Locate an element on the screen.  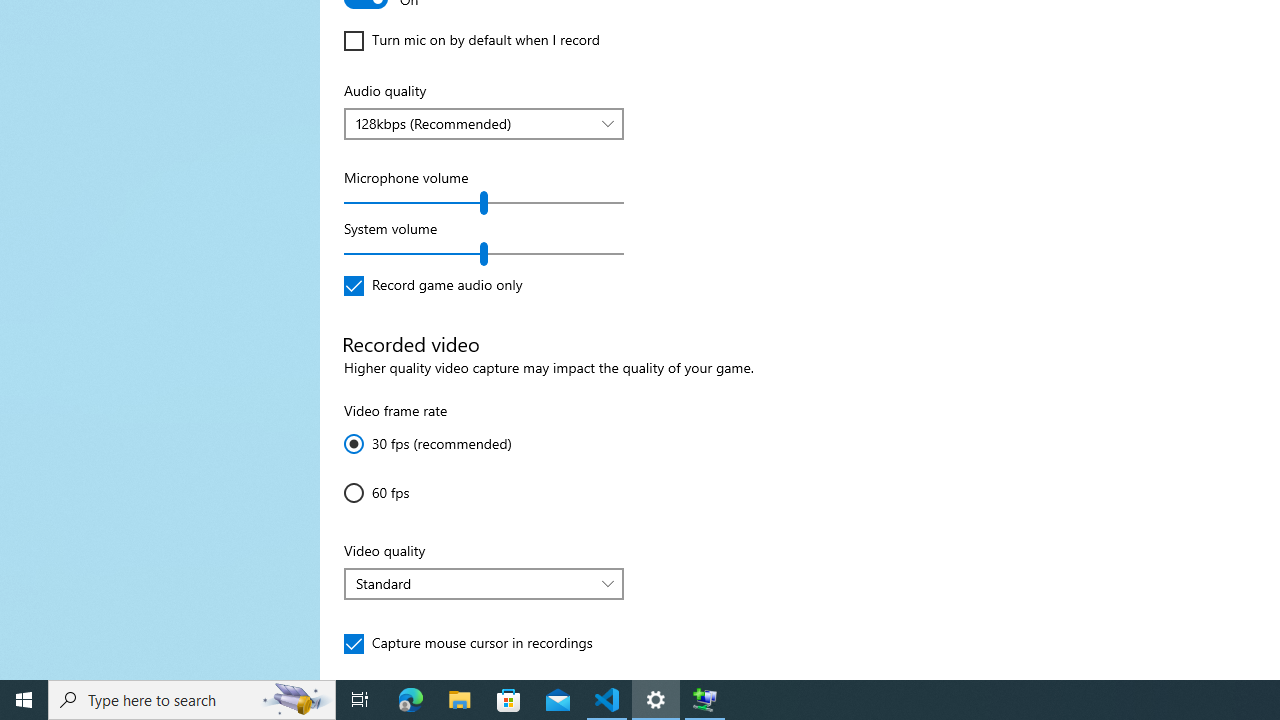
'System volume' is located at coordinates (484, 253).